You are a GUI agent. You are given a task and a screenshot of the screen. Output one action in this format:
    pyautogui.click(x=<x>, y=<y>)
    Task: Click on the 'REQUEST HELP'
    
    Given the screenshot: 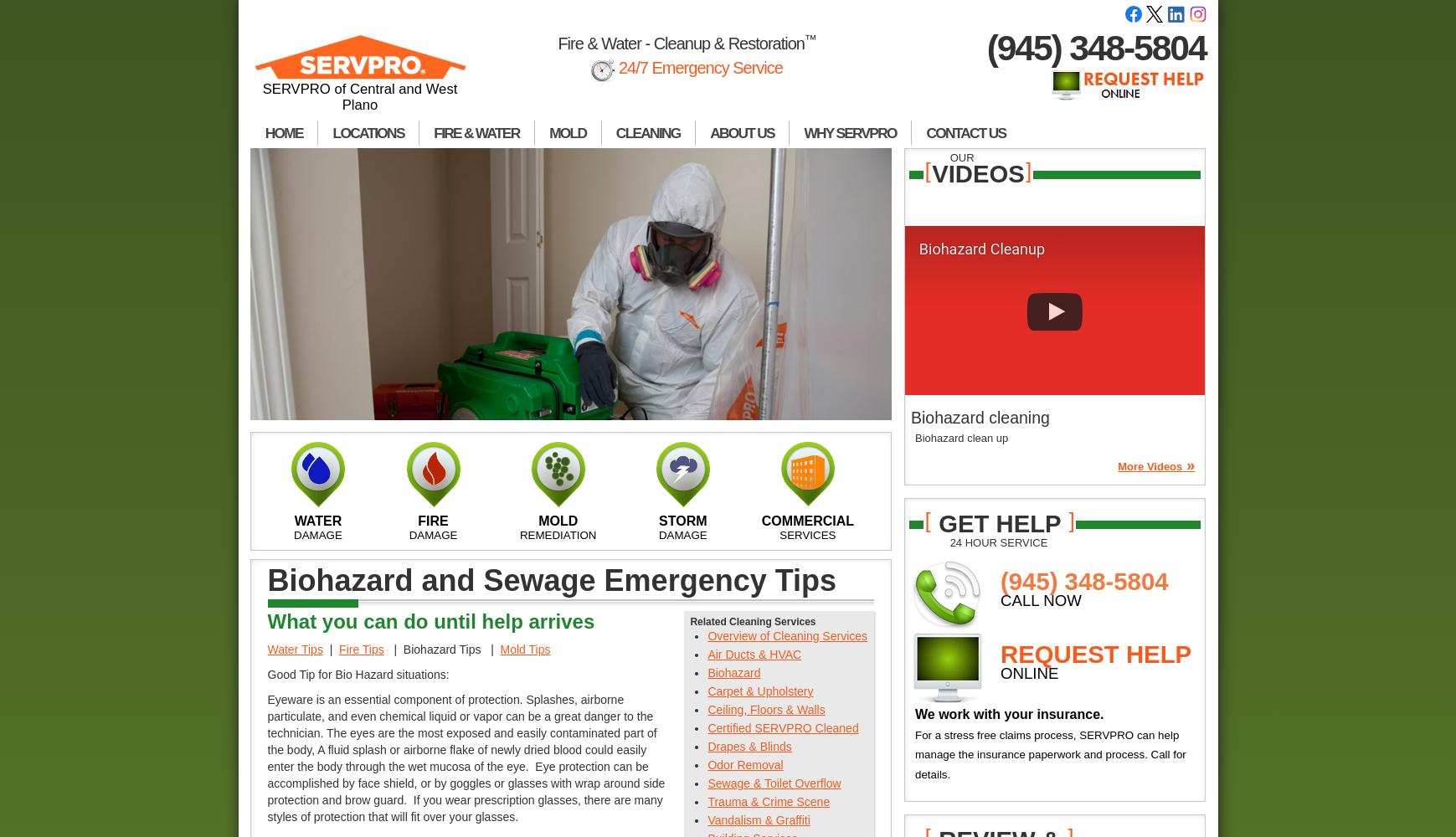 What is the action you would take?
    pyautogui.click(x=1094, y=653)
    